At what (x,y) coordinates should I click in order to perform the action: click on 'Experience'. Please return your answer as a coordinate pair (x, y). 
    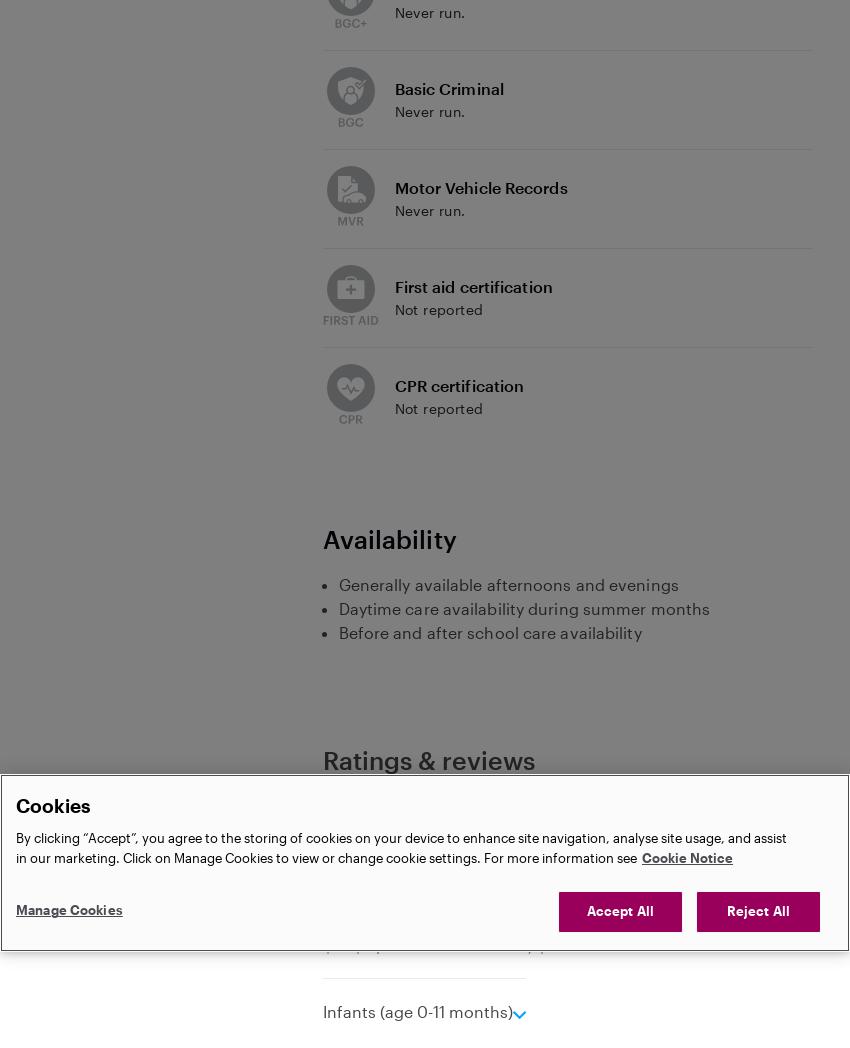
    Looking at the image, I should click on (390, 865).